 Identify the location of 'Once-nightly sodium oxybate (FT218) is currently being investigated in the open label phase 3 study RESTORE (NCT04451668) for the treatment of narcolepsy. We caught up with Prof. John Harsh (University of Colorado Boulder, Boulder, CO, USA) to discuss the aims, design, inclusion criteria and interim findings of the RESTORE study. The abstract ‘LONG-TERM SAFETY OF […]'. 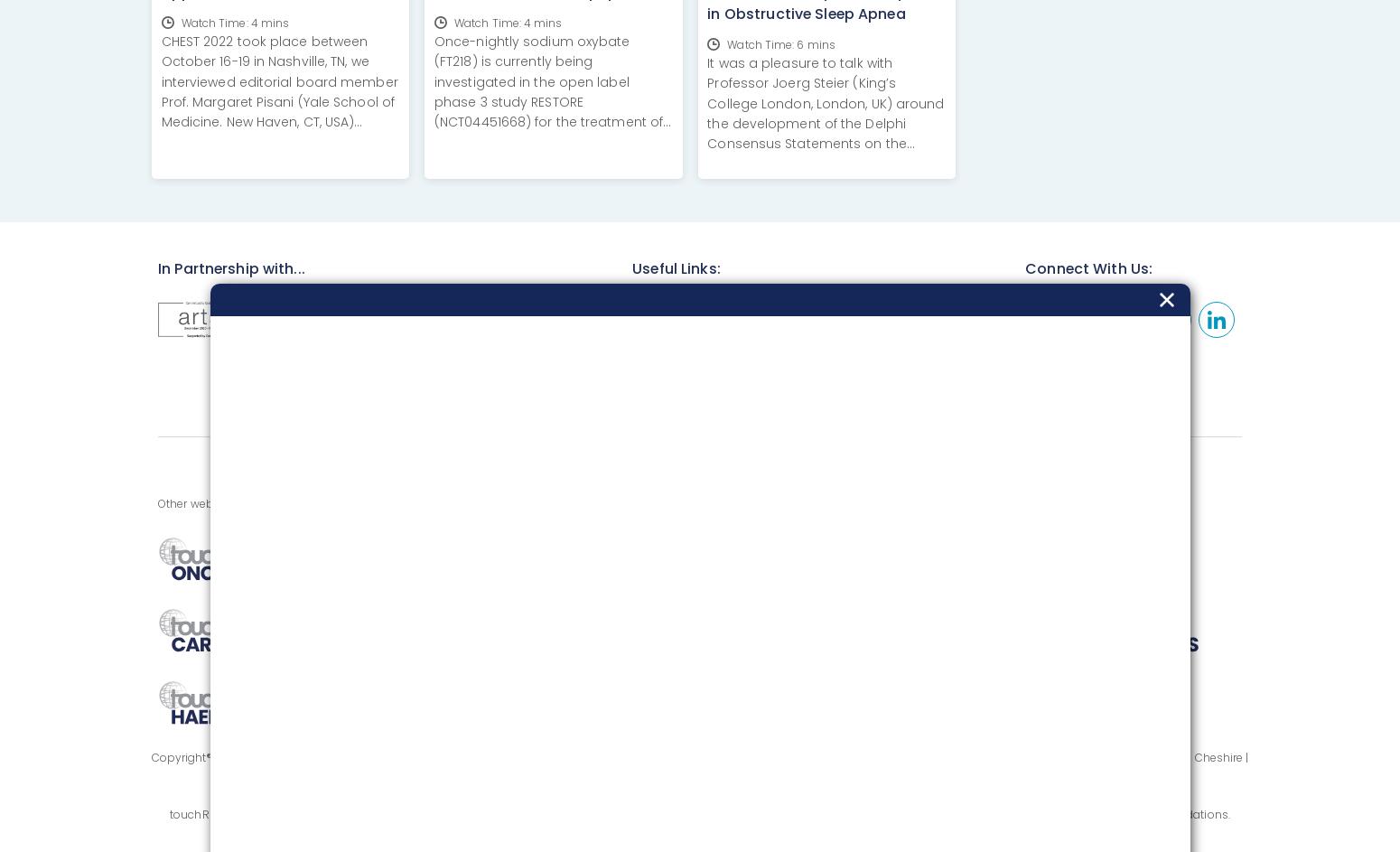
(433, 151).